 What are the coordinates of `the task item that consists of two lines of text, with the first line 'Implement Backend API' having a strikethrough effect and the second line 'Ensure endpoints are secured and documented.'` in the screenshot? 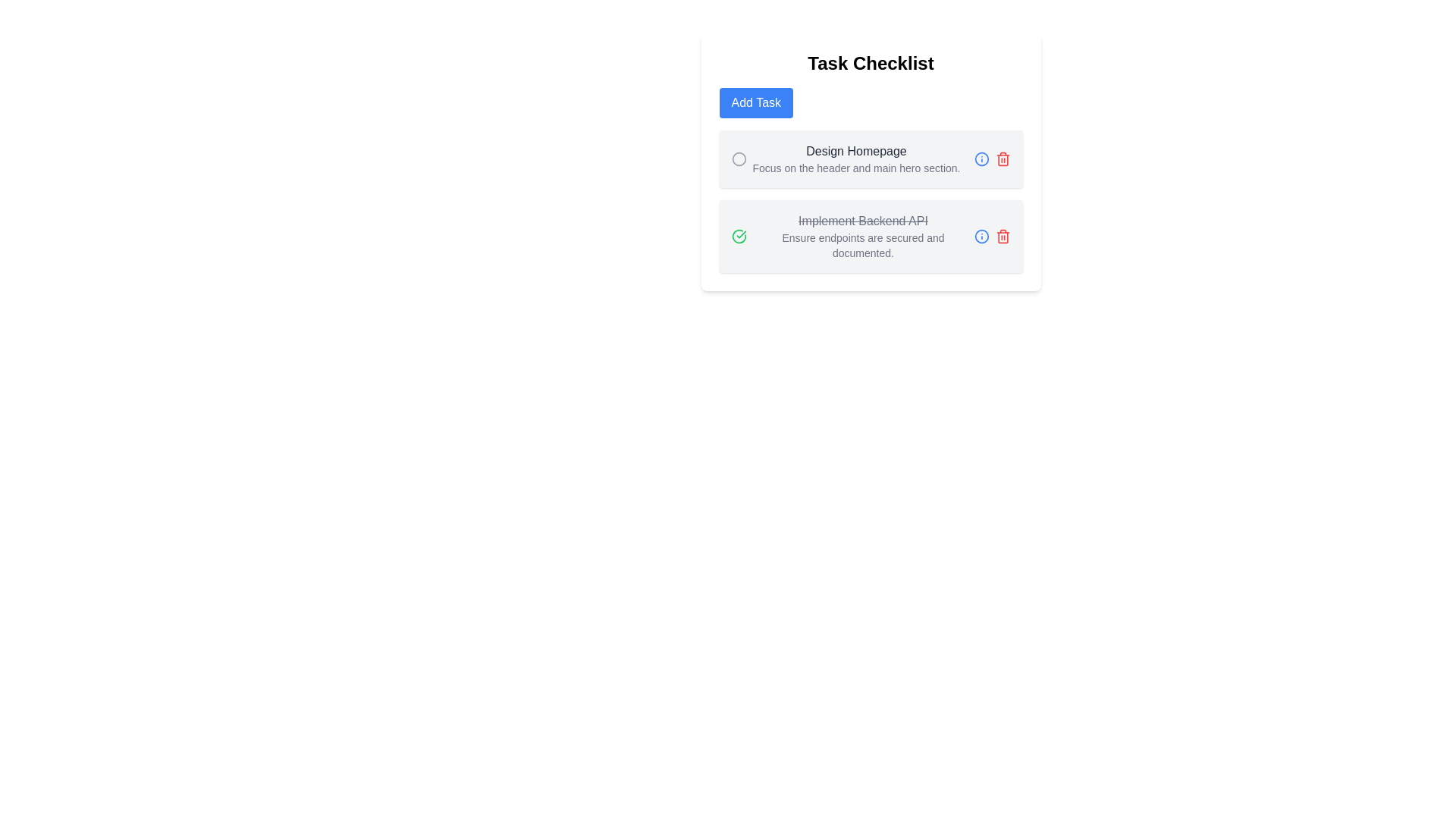 It's located at (863, 237).